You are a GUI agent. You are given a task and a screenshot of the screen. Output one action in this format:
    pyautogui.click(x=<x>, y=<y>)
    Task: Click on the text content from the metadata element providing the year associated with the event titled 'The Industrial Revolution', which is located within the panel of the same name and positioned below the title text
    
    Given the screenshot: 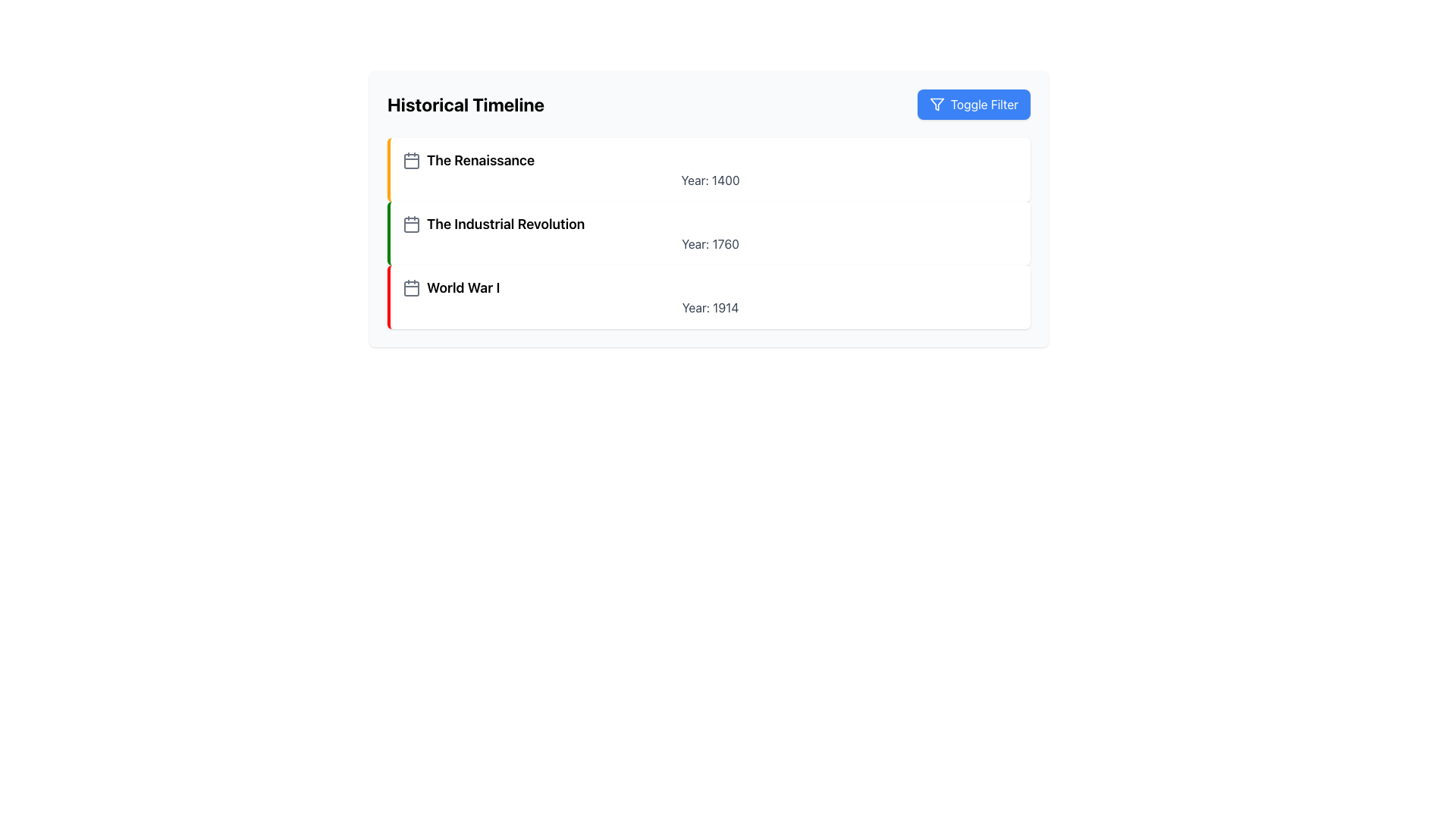 What is the action you would take?
    pyautogui.click(x=709, y=243)
    